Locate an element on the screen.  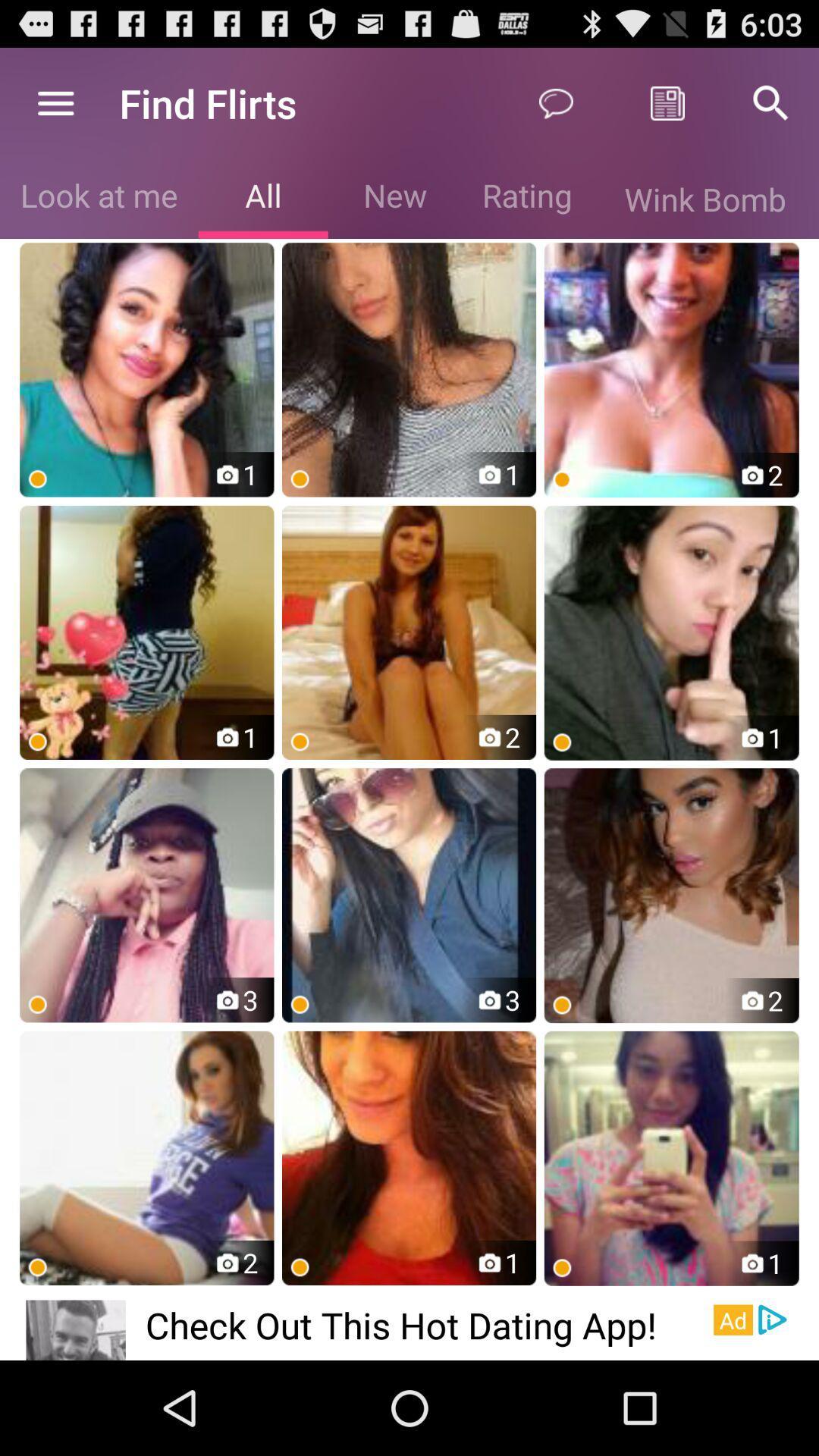
icon next to new is located at coordinates (526, 198).